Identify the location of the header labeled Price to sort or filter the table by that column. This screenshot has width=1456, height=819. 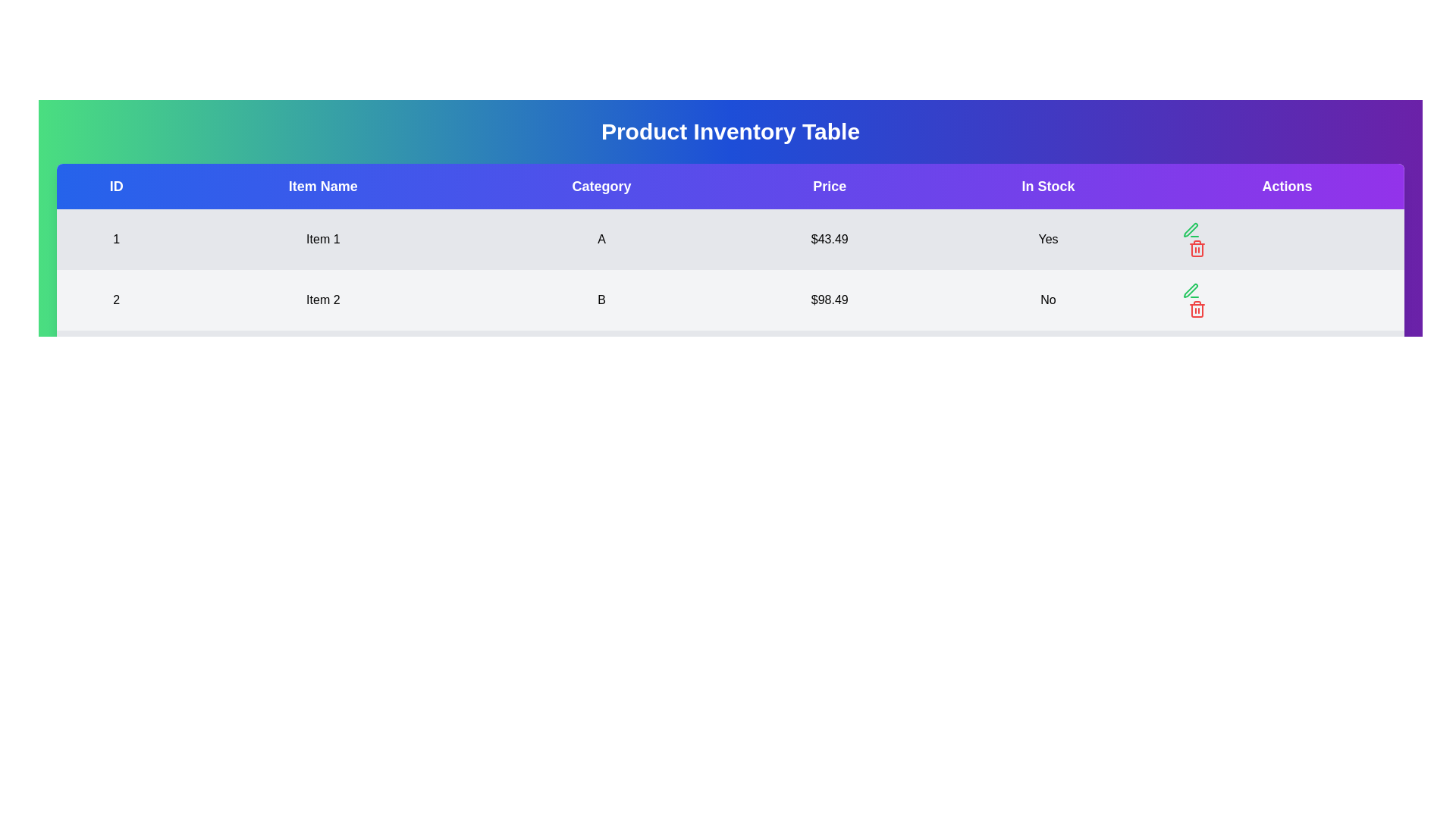
(829, 186).